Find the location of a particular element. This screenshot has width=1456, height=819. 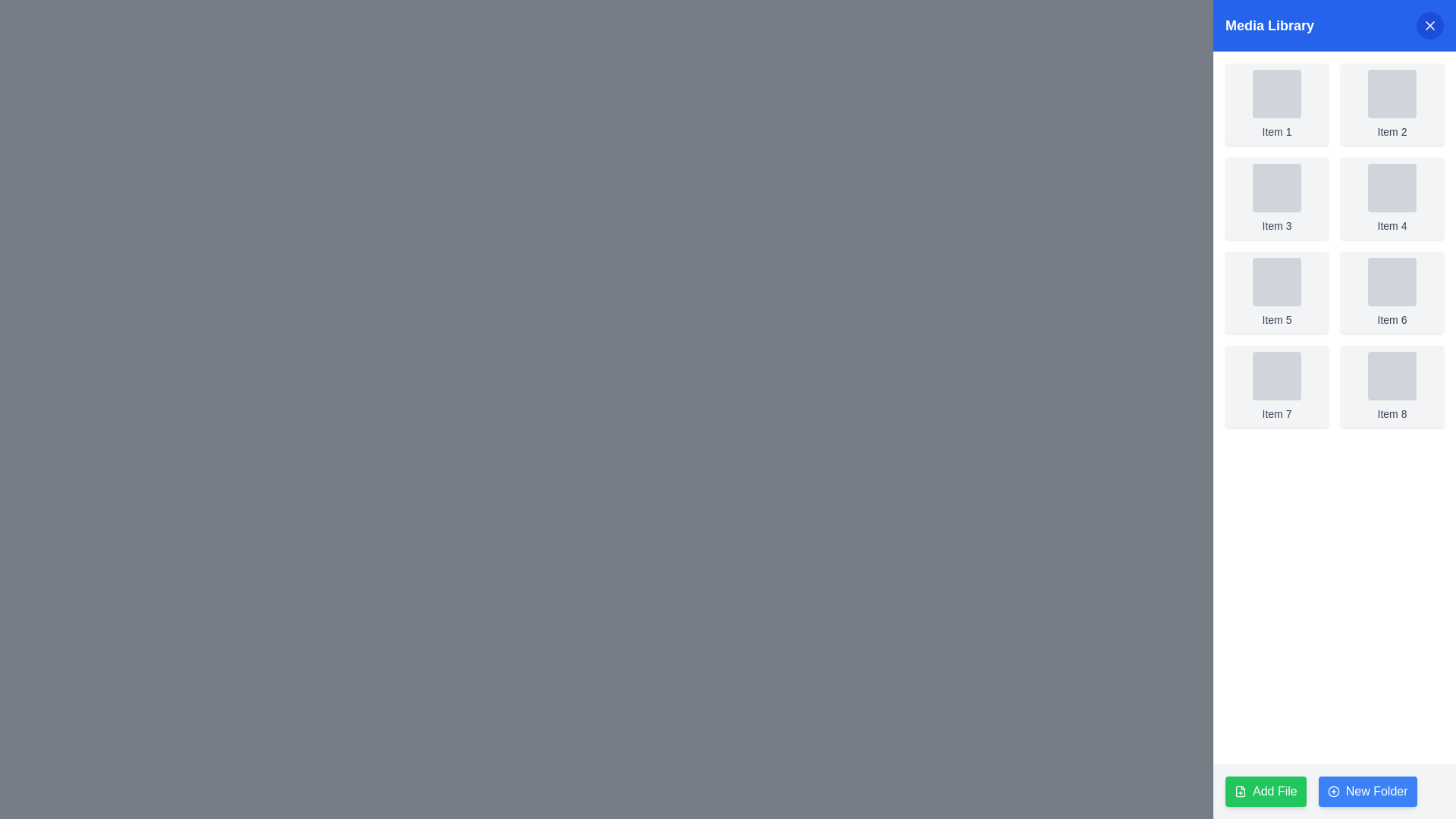

the card element located in the third row, first column of the media library grid layout, which serves as a selectable item for additional actions is located at coordinates (1276, 292).